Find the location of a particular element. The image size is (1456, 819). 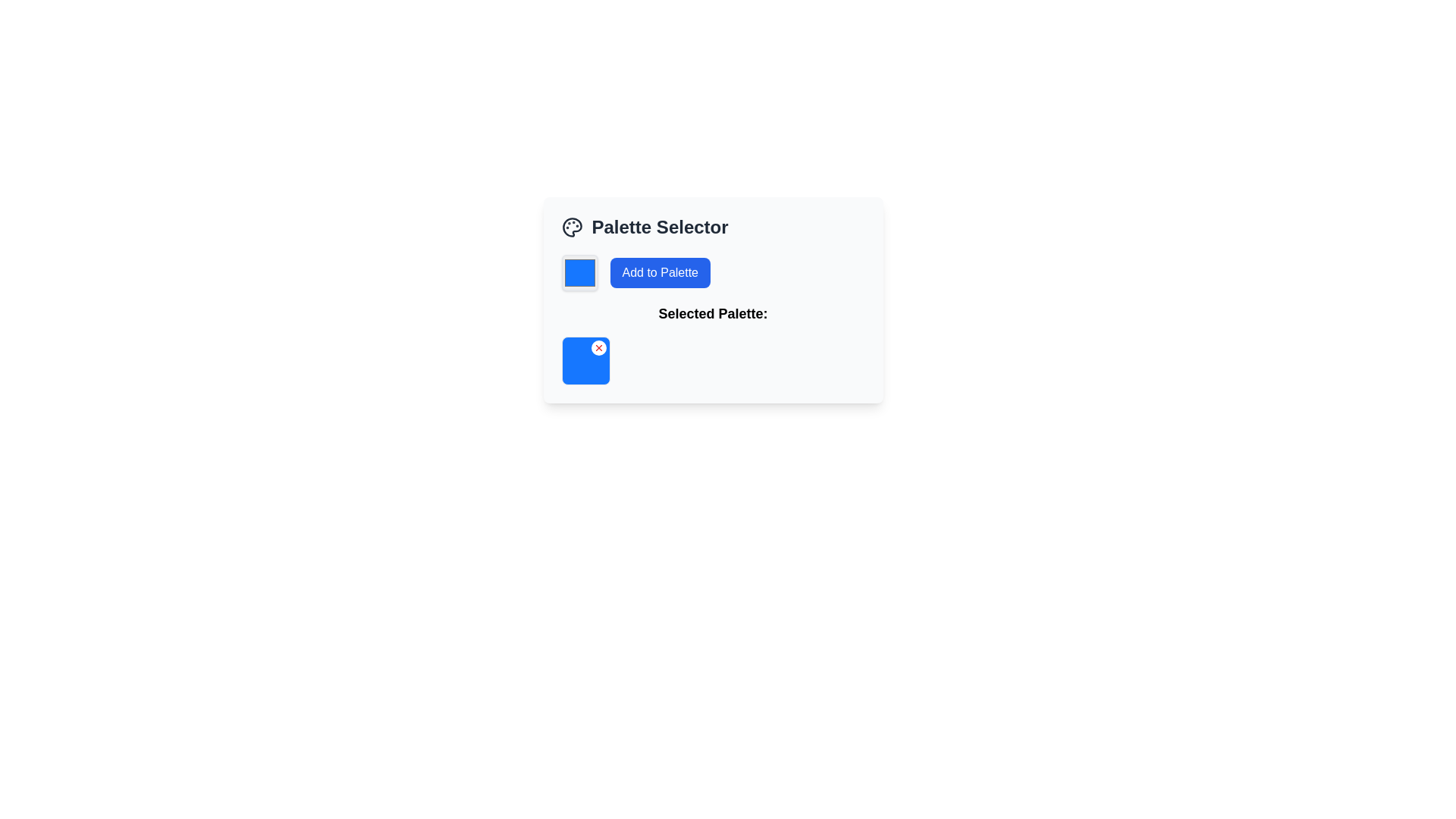

the decorative icon representing the theme of palettes or artistic color selection located in the top-left of the interface, to the left of the 'Palette Selector' title text is located at coordinates (571, 227).